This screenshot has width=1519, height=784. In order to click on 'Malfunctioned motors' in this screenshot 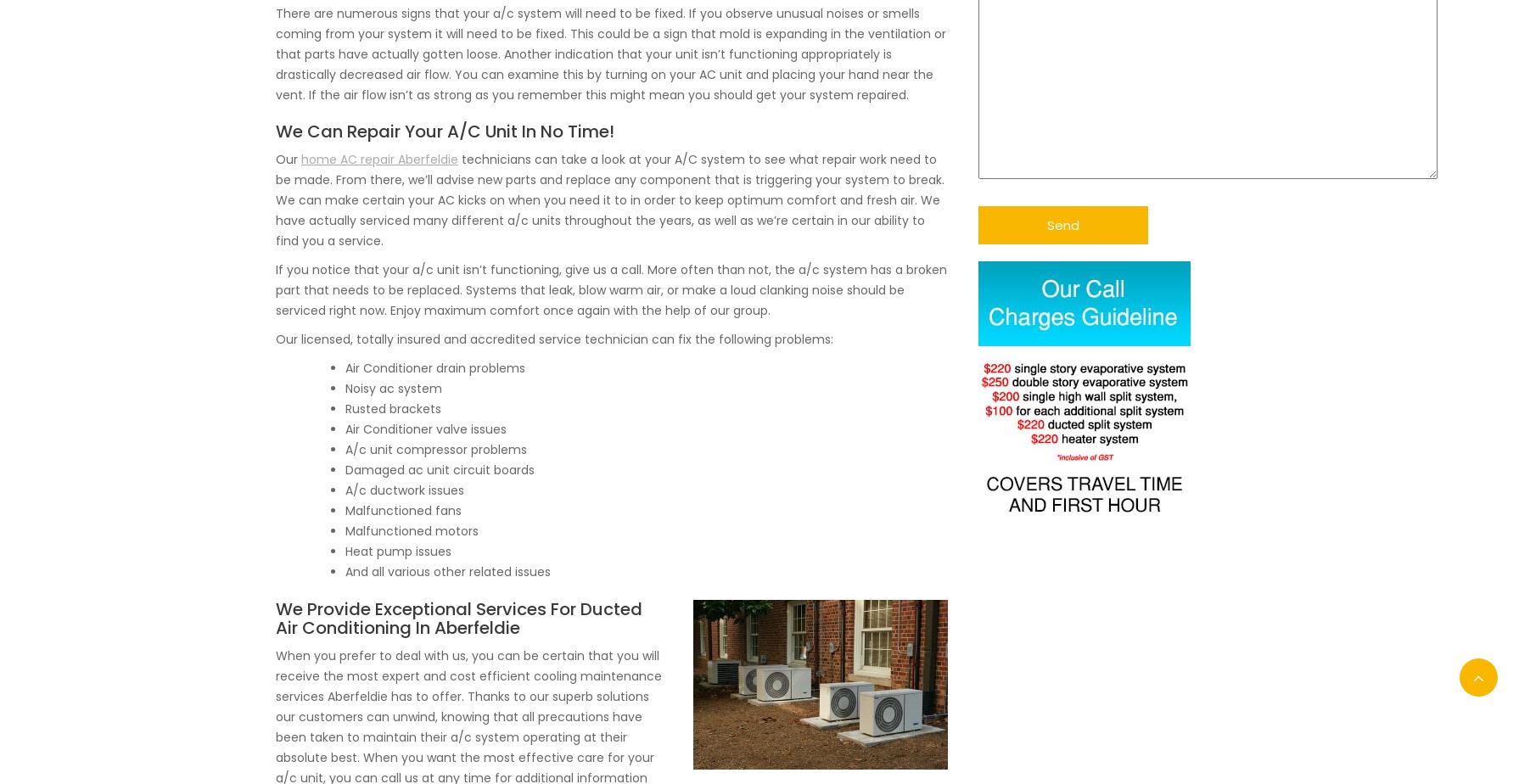, I will do `click(411, 529)`.